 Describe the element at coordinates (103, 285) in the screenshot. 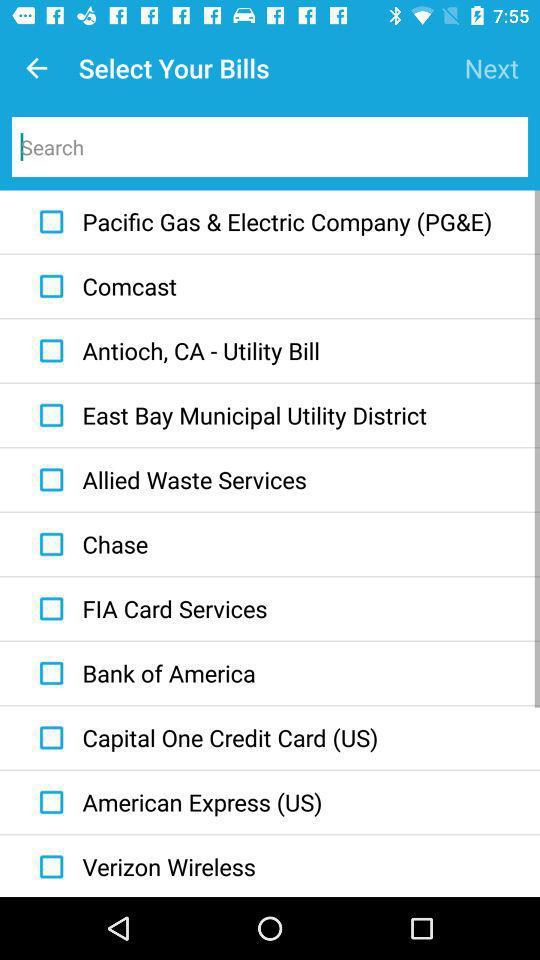

I see `item above the antioch ca utility` at that location.